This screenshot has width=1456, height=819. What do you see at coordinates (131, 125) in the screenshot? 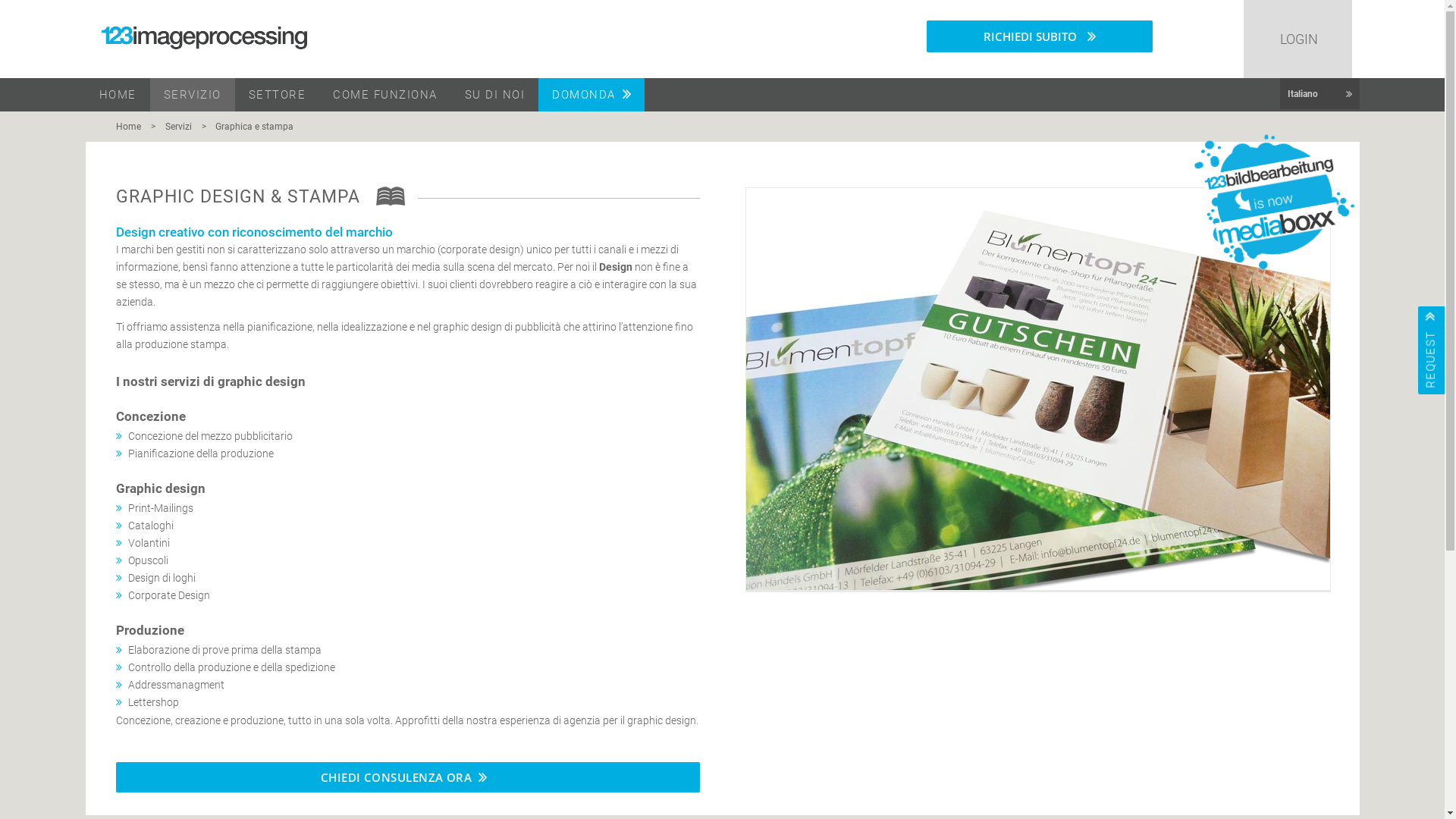
I see `'Home'` at bounding box center [131, 125].